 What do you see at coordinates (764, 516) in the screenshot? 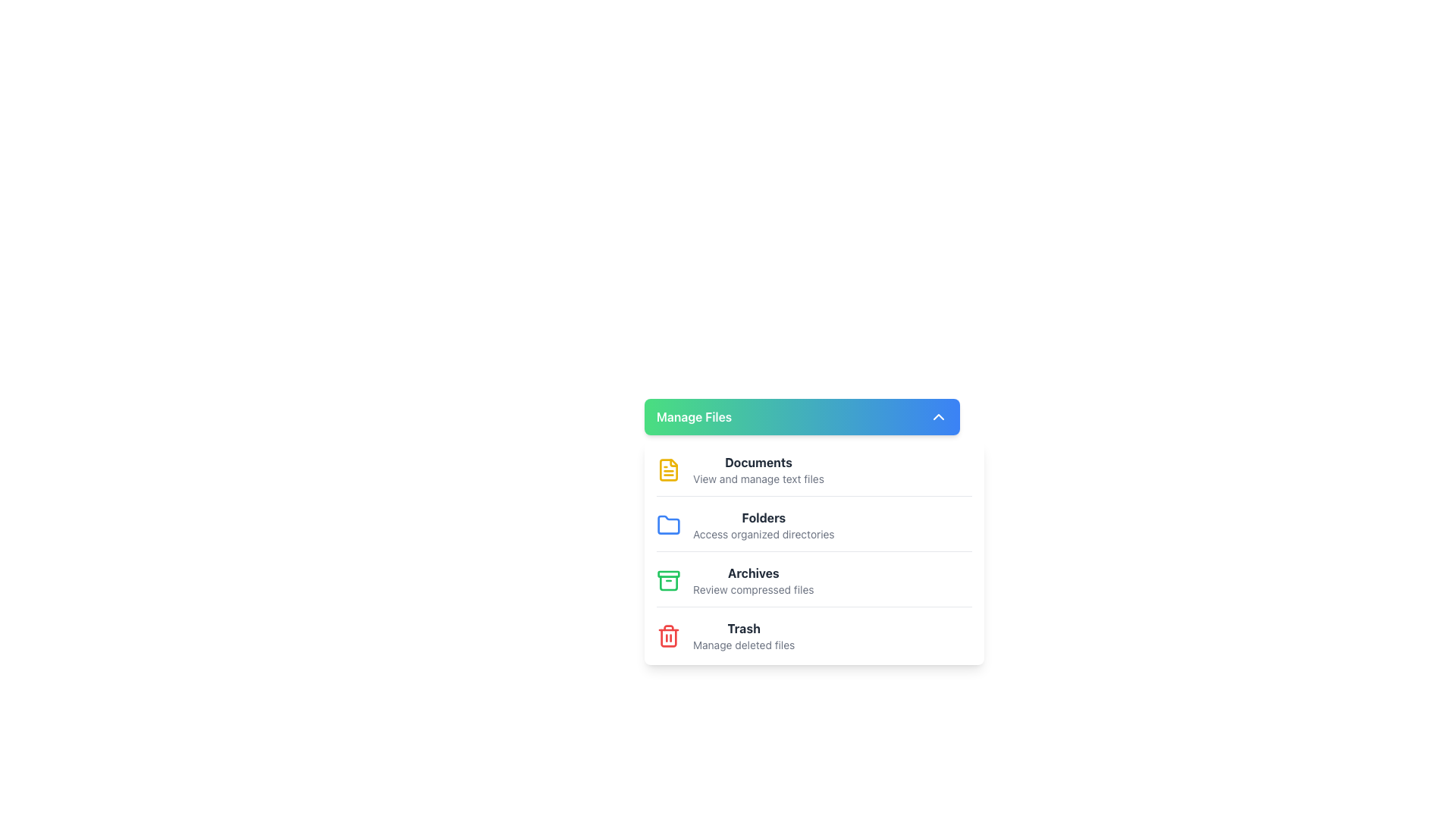
I see `the text label for accessing folders or organized directories, located below the header 'Manage Files' and above 'Access organized directories'` at bounding box center [764, 516].